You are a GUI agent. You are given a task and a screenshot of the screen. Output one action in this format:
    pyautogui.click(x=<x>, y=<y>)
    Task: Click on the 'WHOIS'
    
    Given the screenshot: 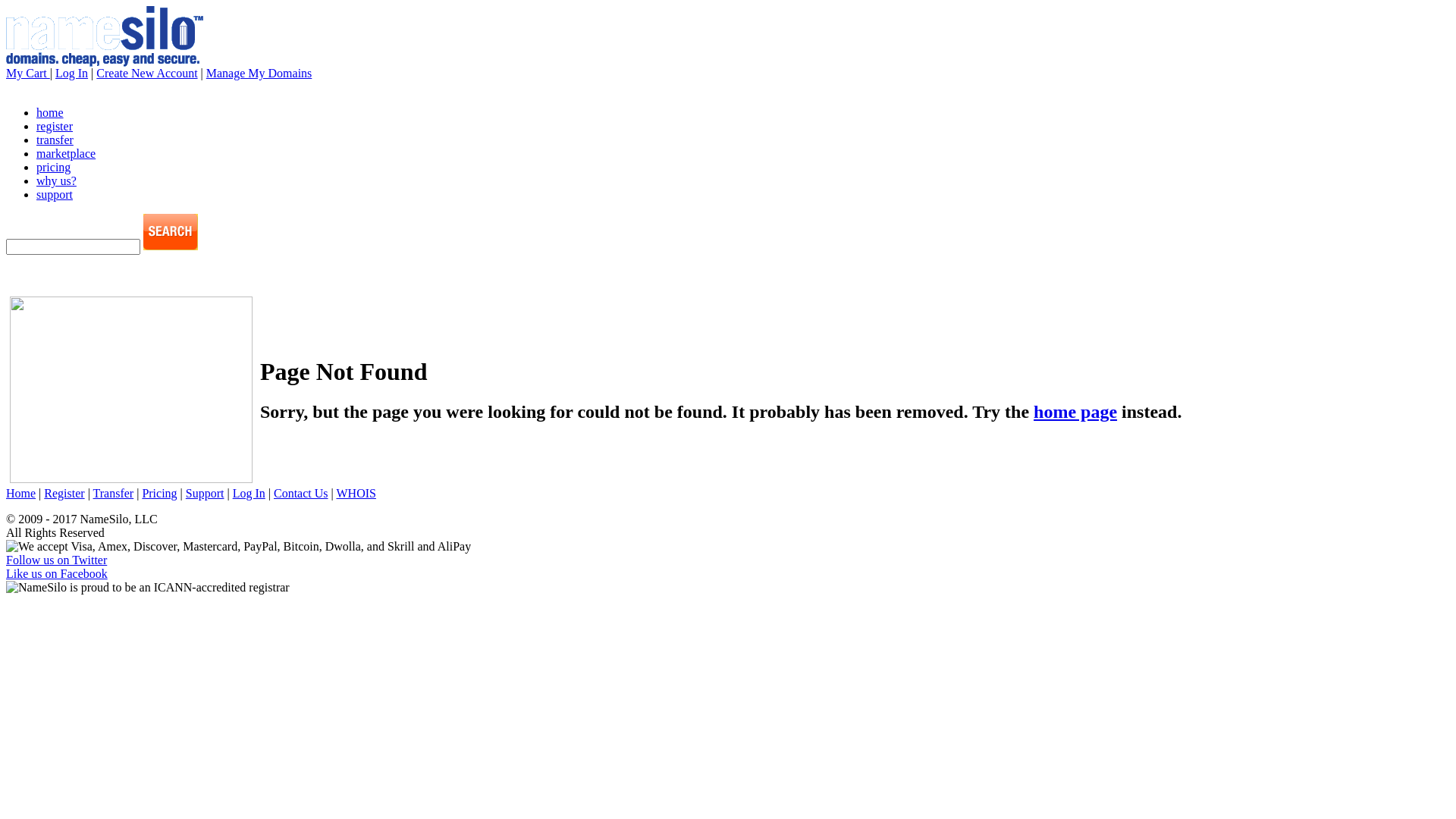 What is the action you would take?
    pyautogui.click(x=355, y=493)
    